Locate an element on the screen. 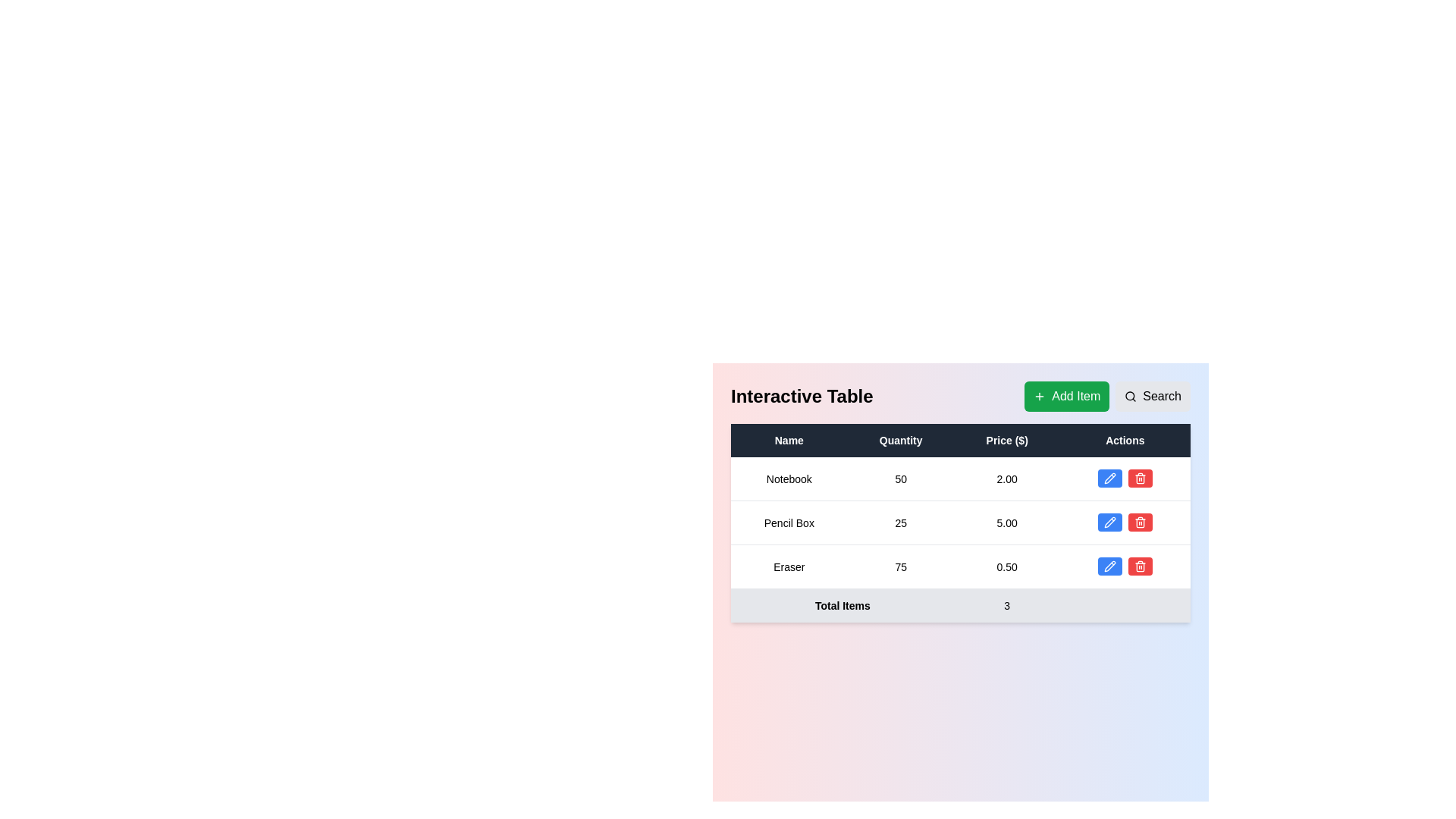 The image size is (1456, 819). the small red trash icon inside the delete button located in the 'Actions' column of the table row labeled 'Pencil Box' is located at coordinates (1140, 522).